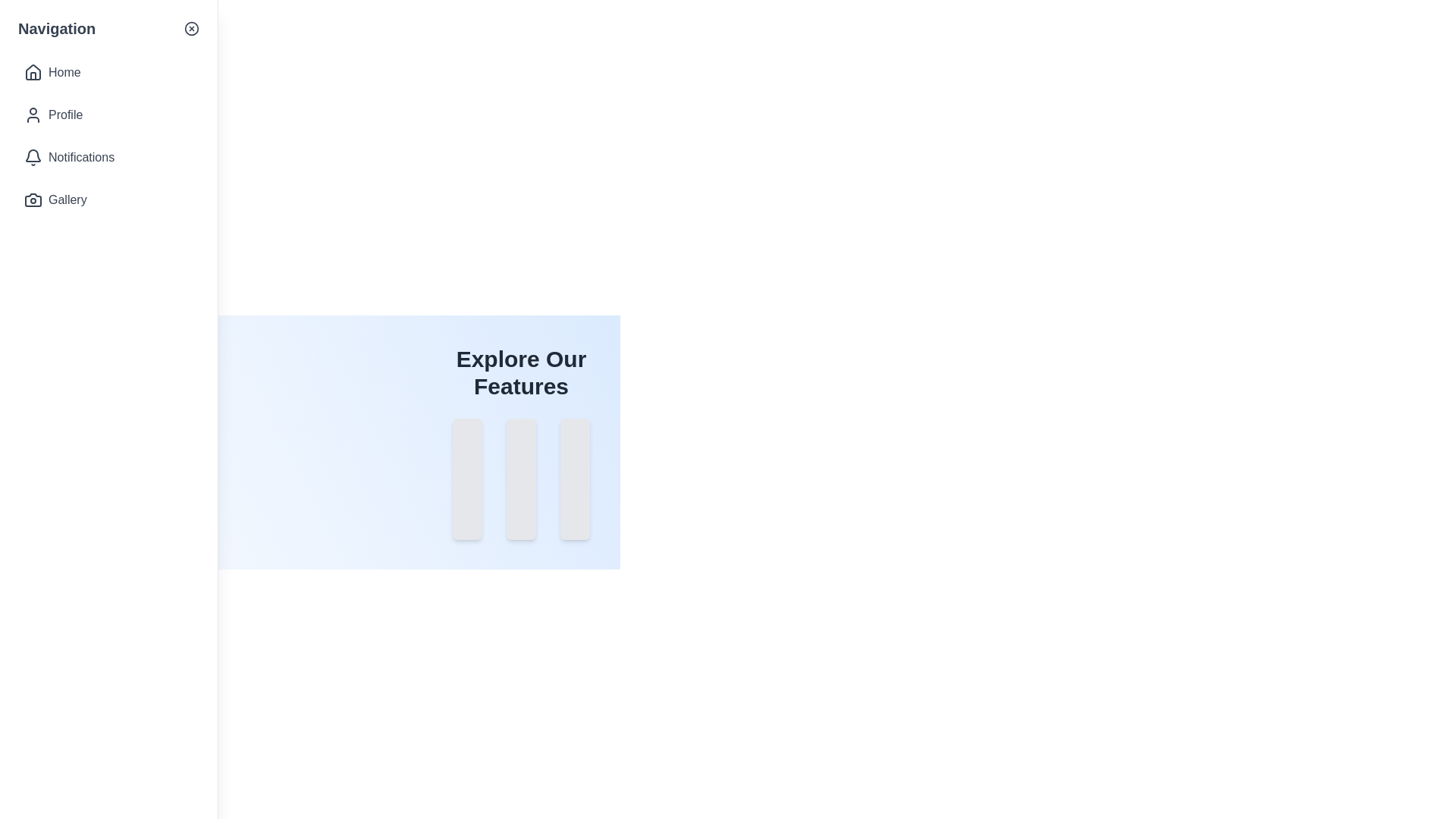 The image size is (1456, 819). Describe the element at coordinates (108, 158) in the screenshot. I see `the 'Notifications' menu item, which is the third item in the vertical navigation menu, to observe the background color change` at that location.